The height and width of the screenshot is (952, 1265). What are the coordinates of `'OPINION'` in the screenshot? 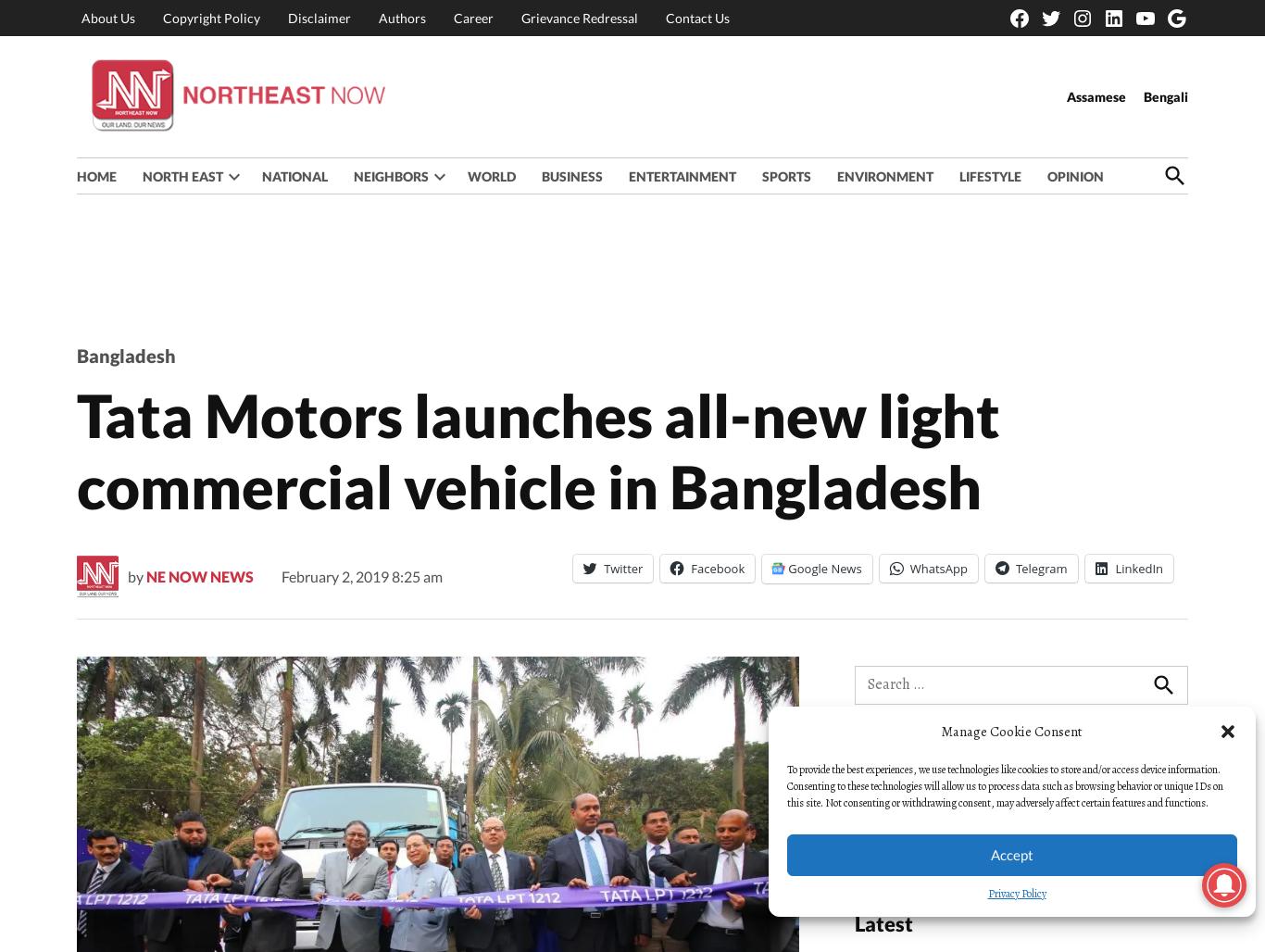 It's located at (1075, 175).